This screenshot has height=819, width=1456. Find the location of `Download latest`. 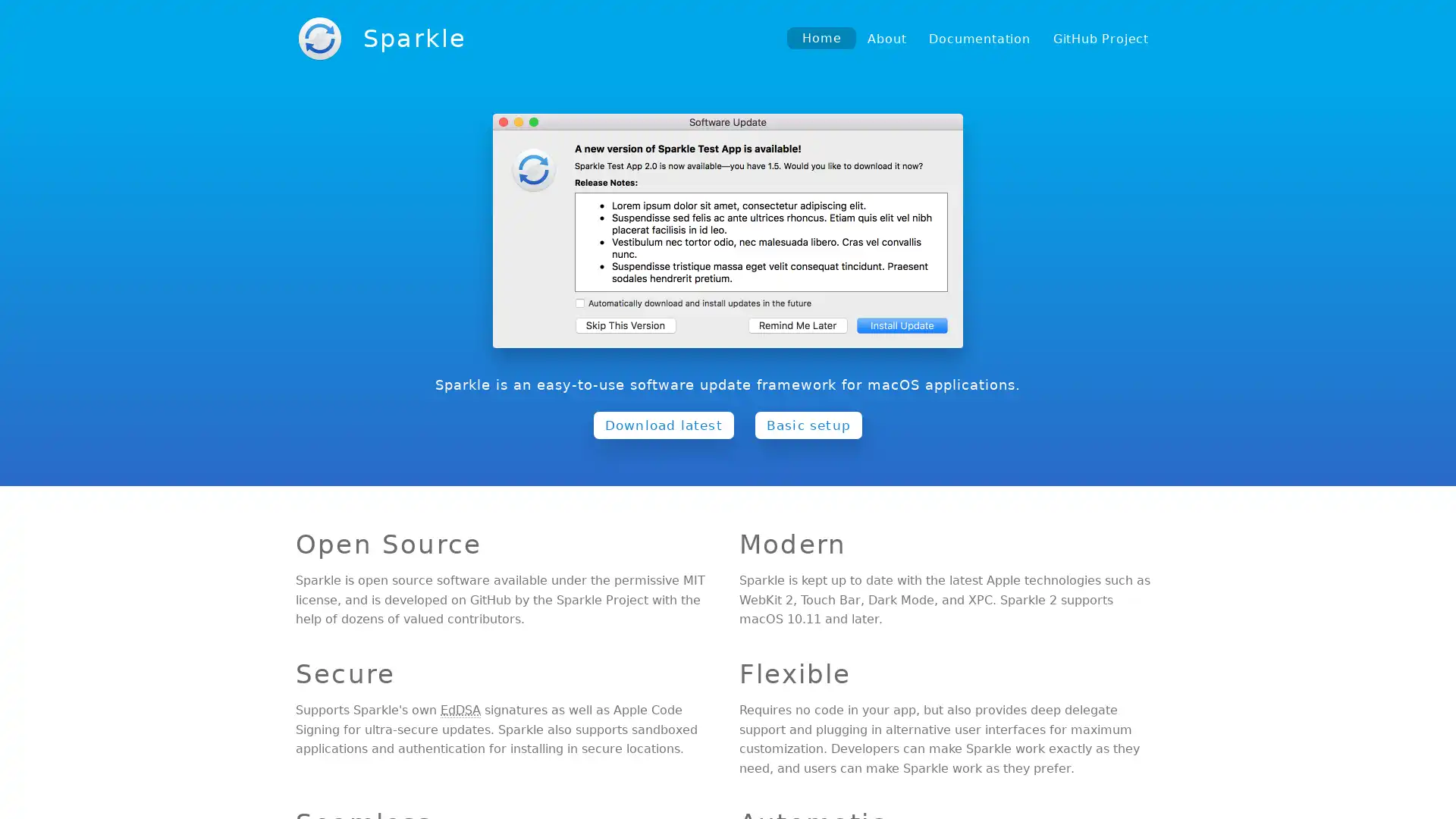

Download latest is located at coordinates (663, 424).